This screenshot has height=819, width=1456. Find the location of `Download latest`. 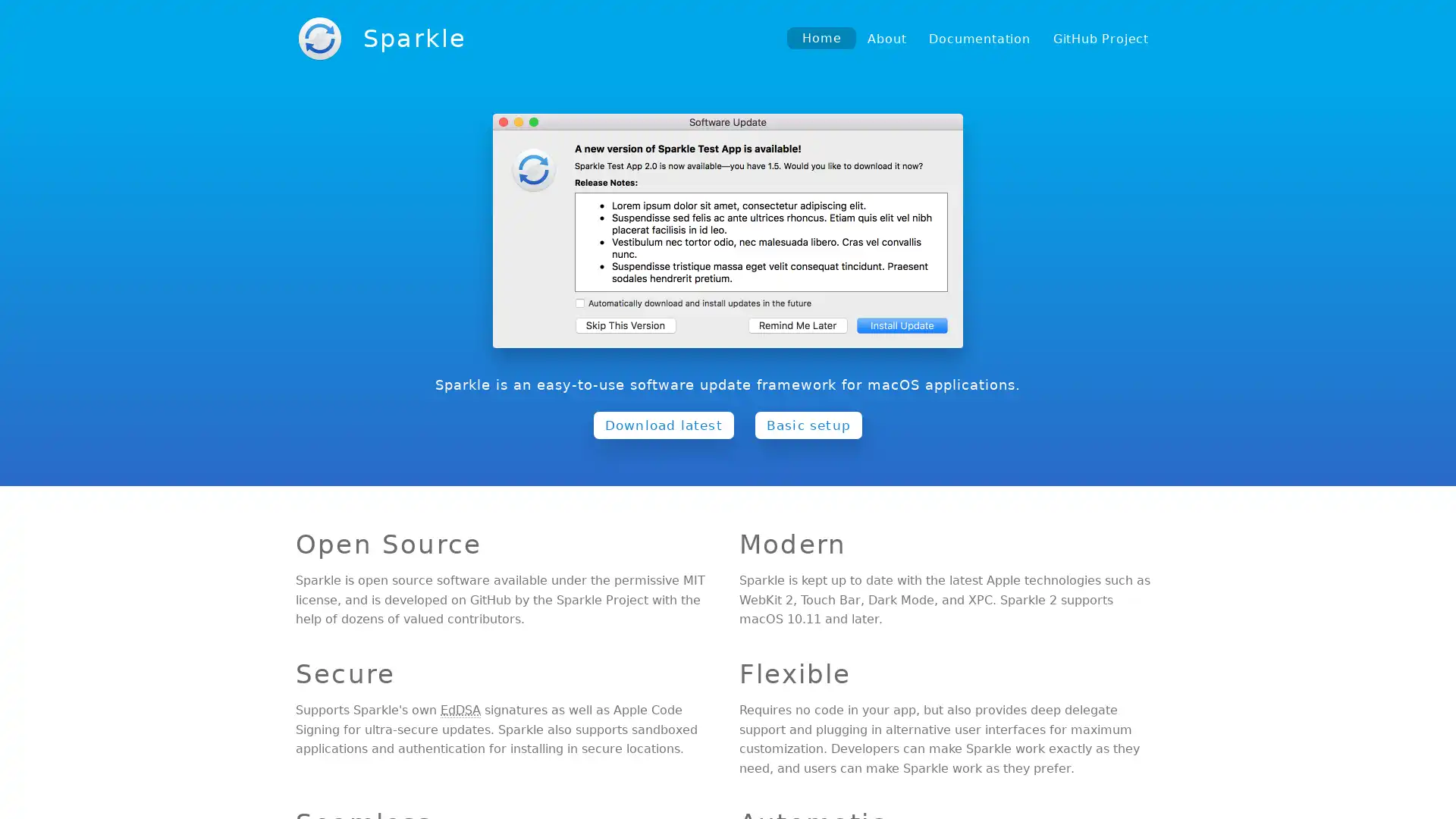

Download latest is located at coordinates (663, 424).